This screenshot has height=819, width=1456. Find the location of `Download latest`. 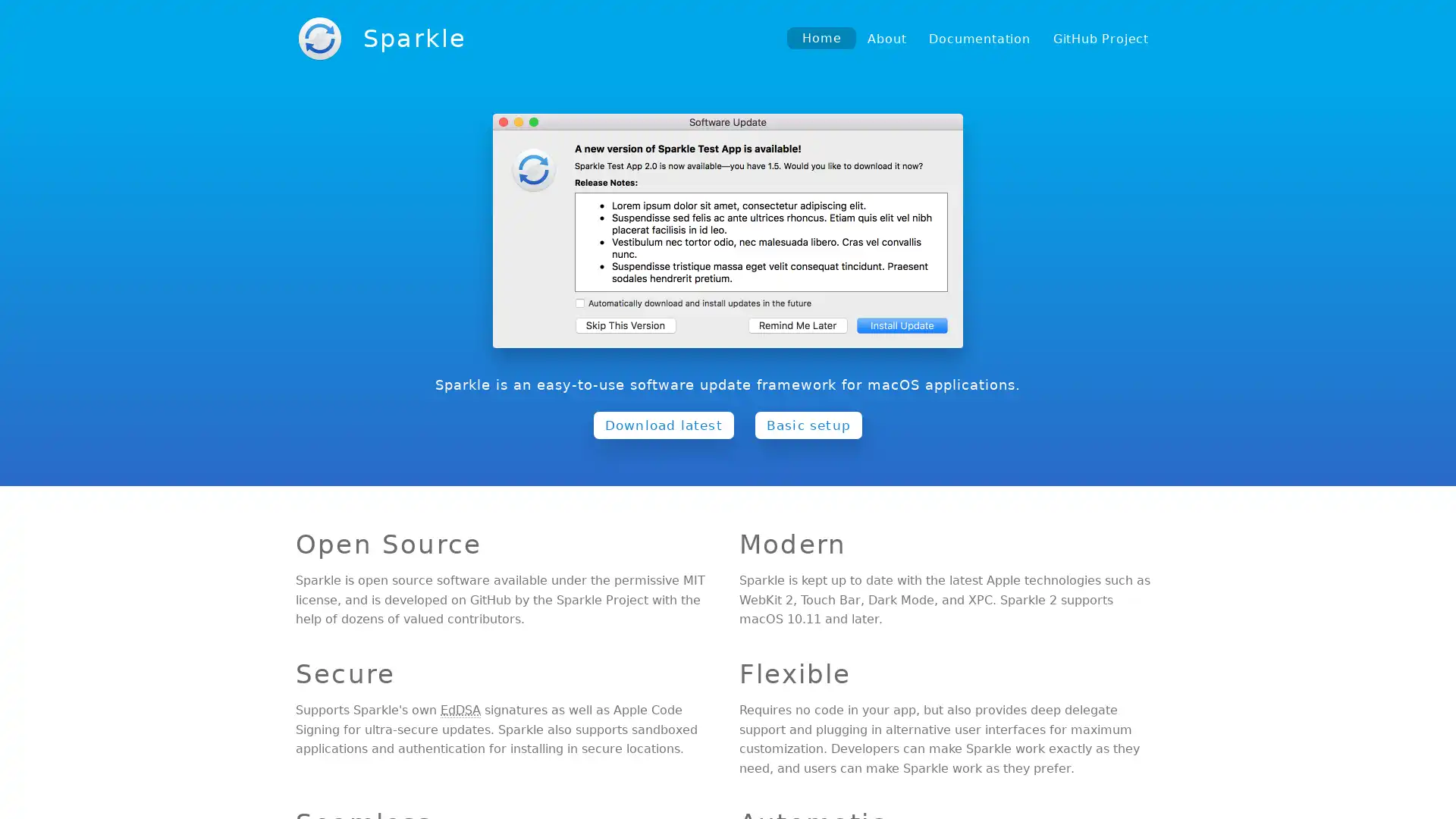

Download latest is located at coordinates (663, 424).